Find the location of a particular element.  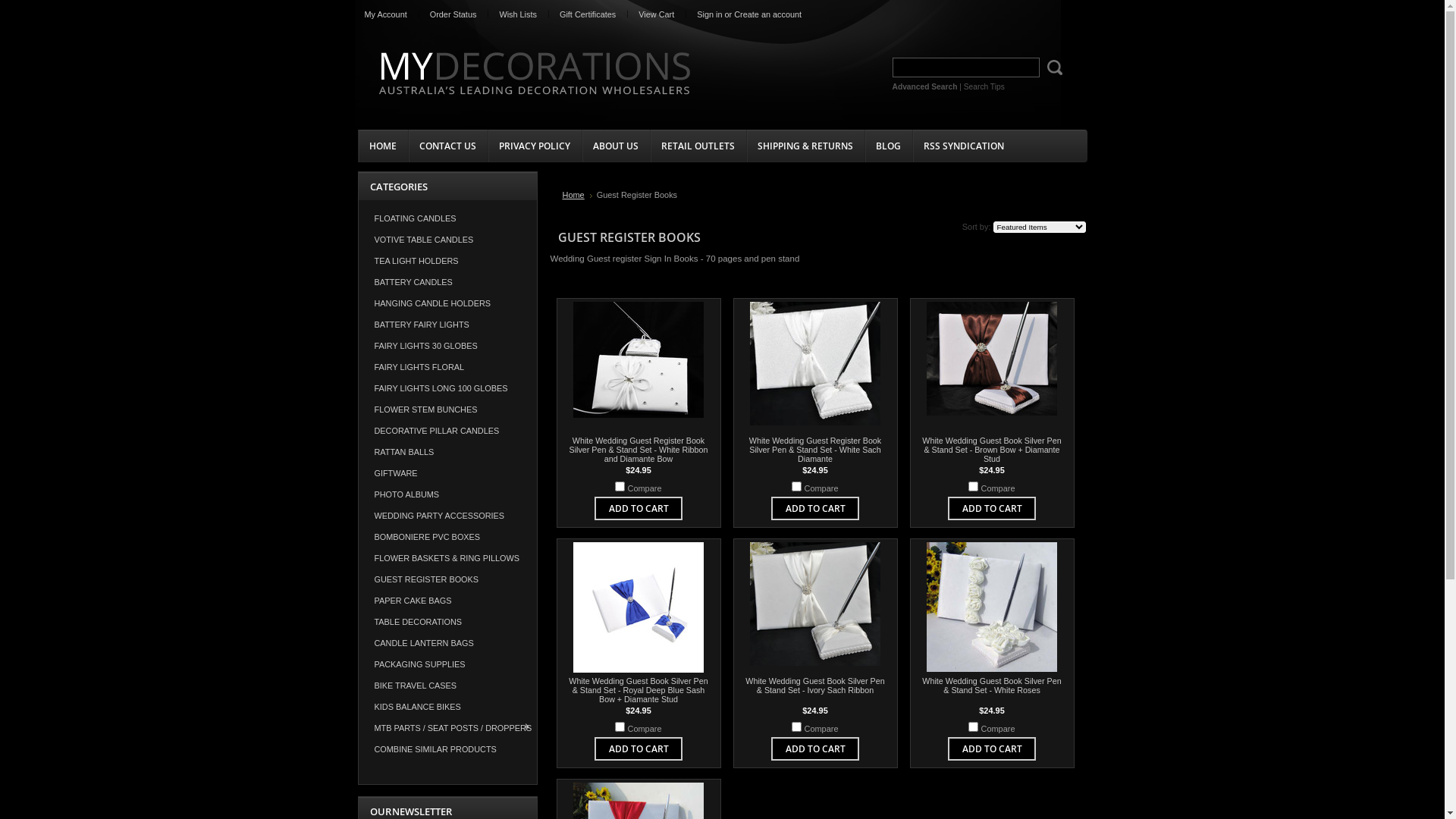

'HANGING CANDLE HOLDERS' is located at coordinates (356, 303).